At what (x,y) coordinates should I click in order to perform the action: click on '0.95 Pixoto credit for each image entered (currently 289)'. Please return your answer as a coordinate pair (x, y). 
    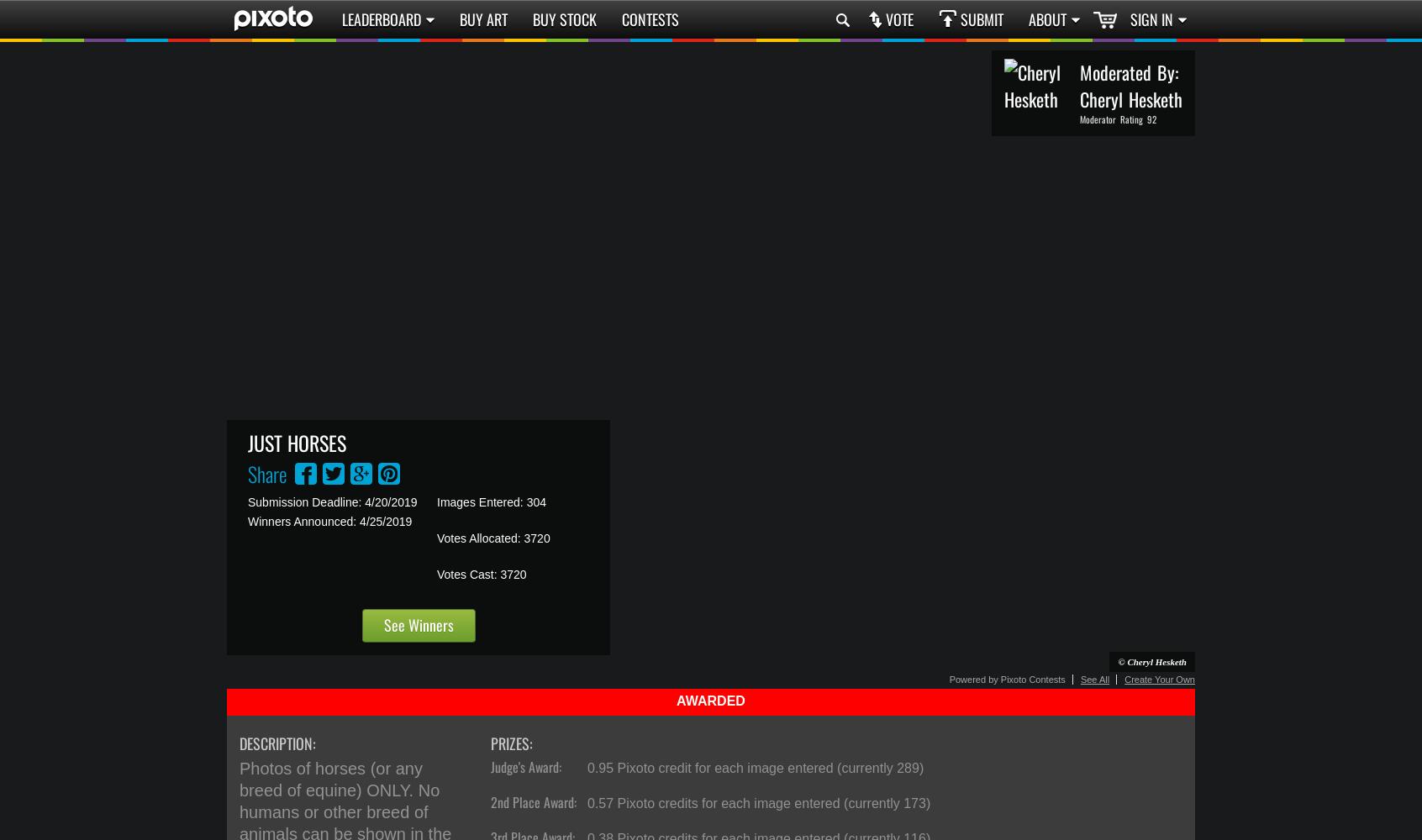
    Looking at the image, I should click on (754, 767).